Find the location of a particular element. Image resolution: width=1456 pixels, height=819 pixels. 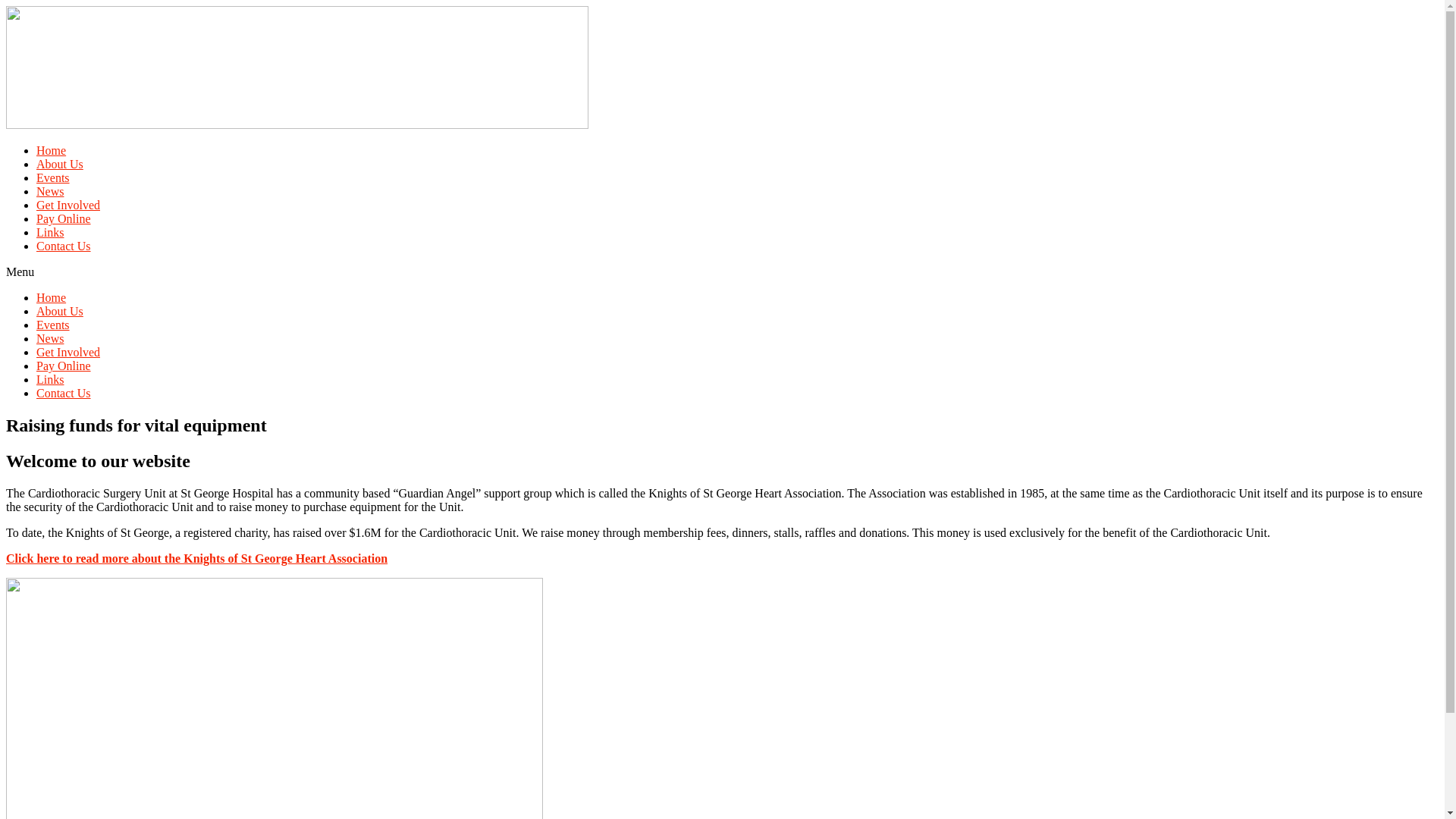

'Get Involved' is located at coordinates (67, 352).